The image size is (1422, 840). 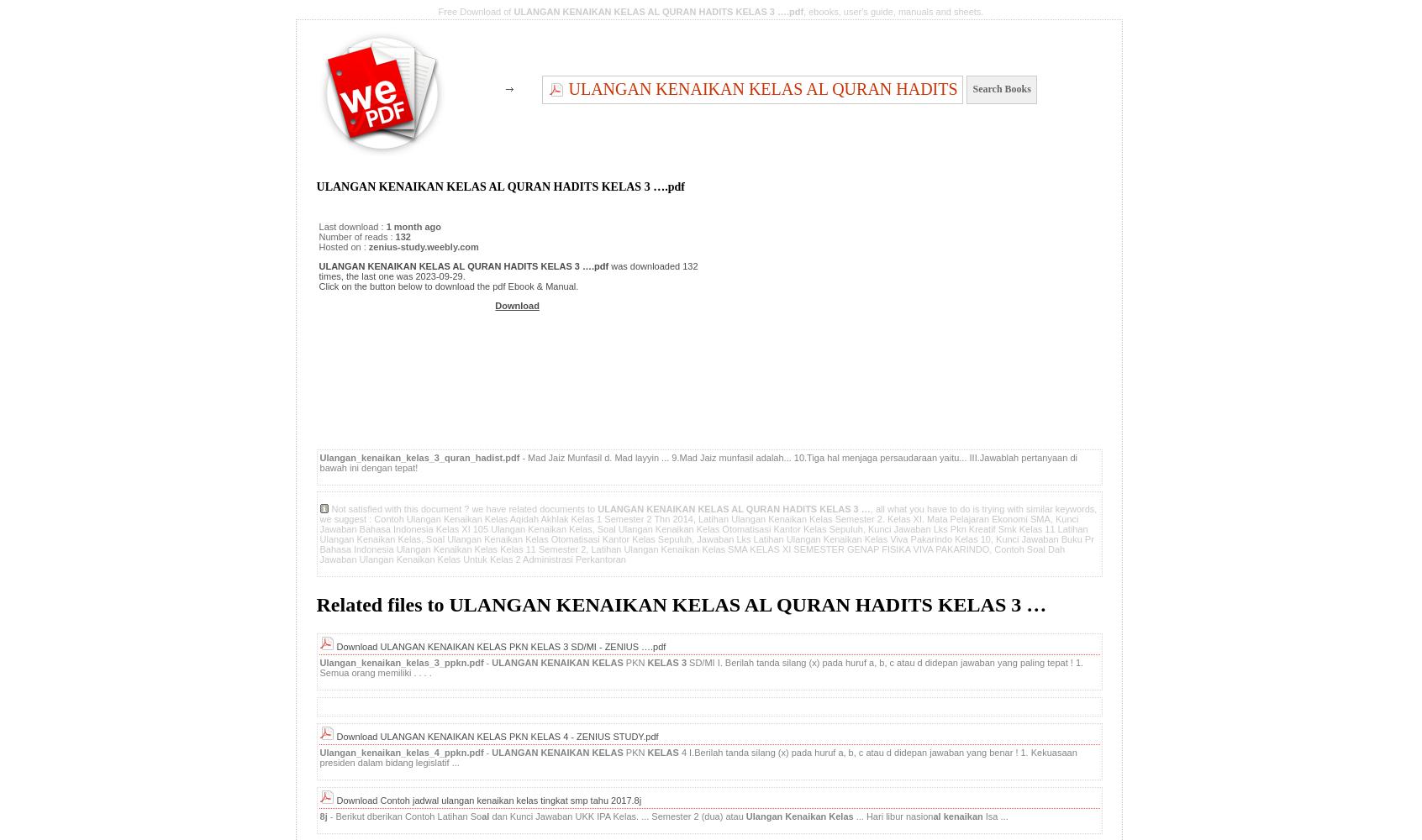 What do you see at coordinates (698, 462) in the screenshot?
I see `'- Mad Jaiz Munfasil d. Mad layyin ... 9.Mad Jaiz munfasil adalah... 10.Tiga hal menjaga persaudaraan yaitu... III.Jawablah pertanyaan di bawah ini dengan tepat!'` at bounding box center [698, 462].